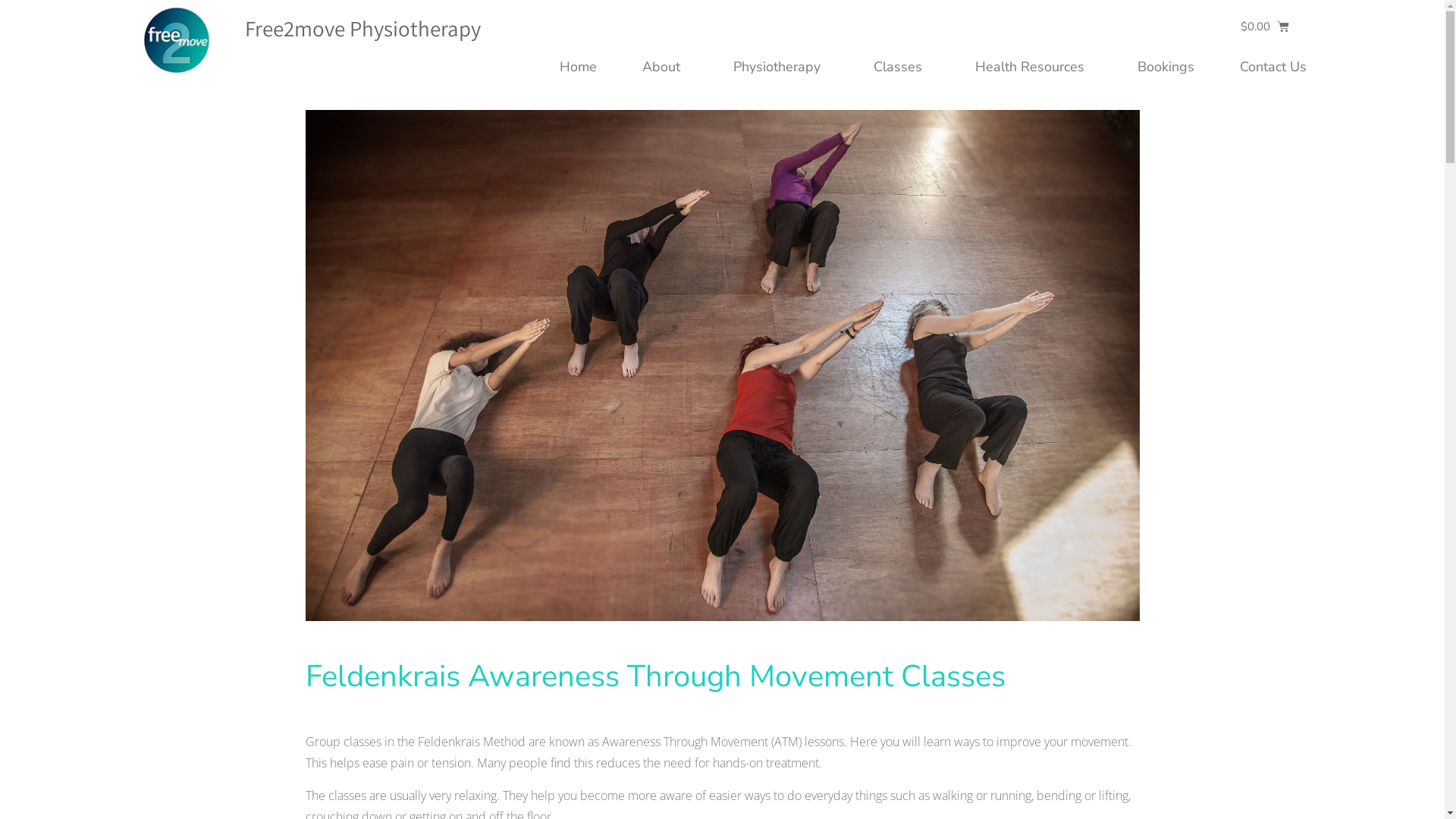 Image resolution: width=1456 pixels, height=819 pixels. I want to click on 'Bookings', so click(1165, 66).